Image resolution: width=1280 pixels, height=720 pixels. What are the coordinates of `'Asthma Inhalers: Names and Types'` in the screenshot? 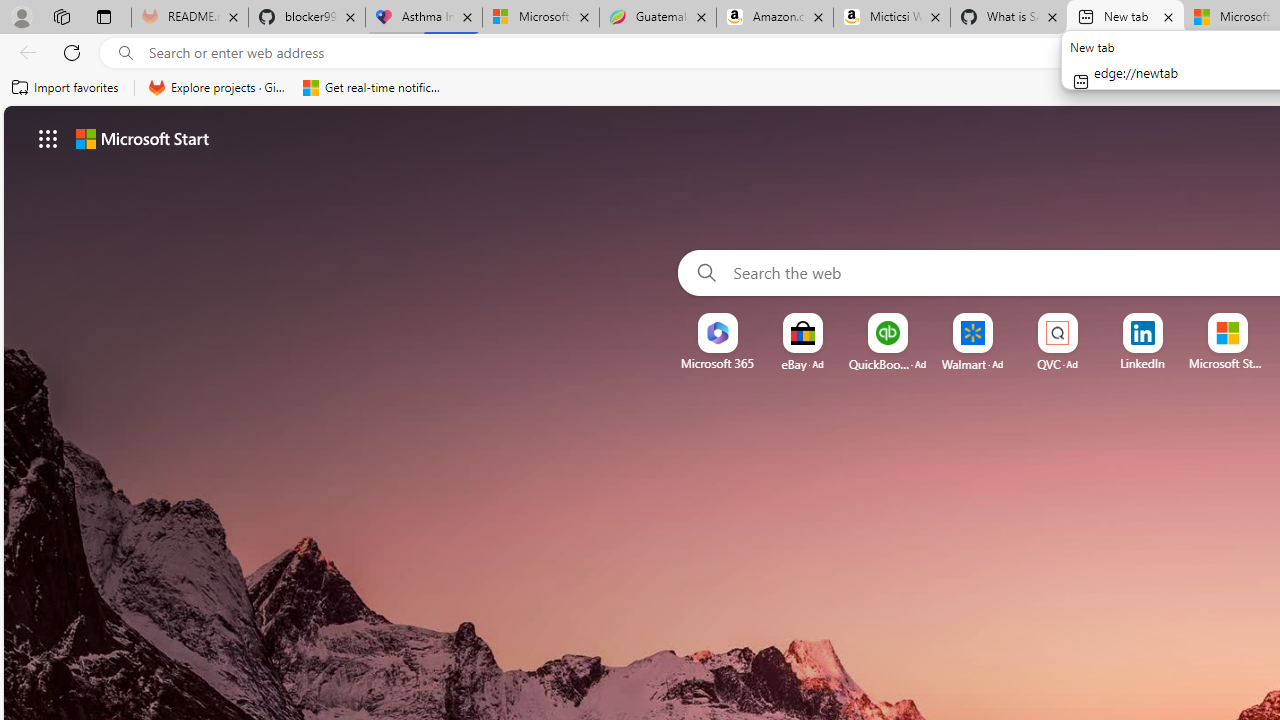 It's located at (423, 17).